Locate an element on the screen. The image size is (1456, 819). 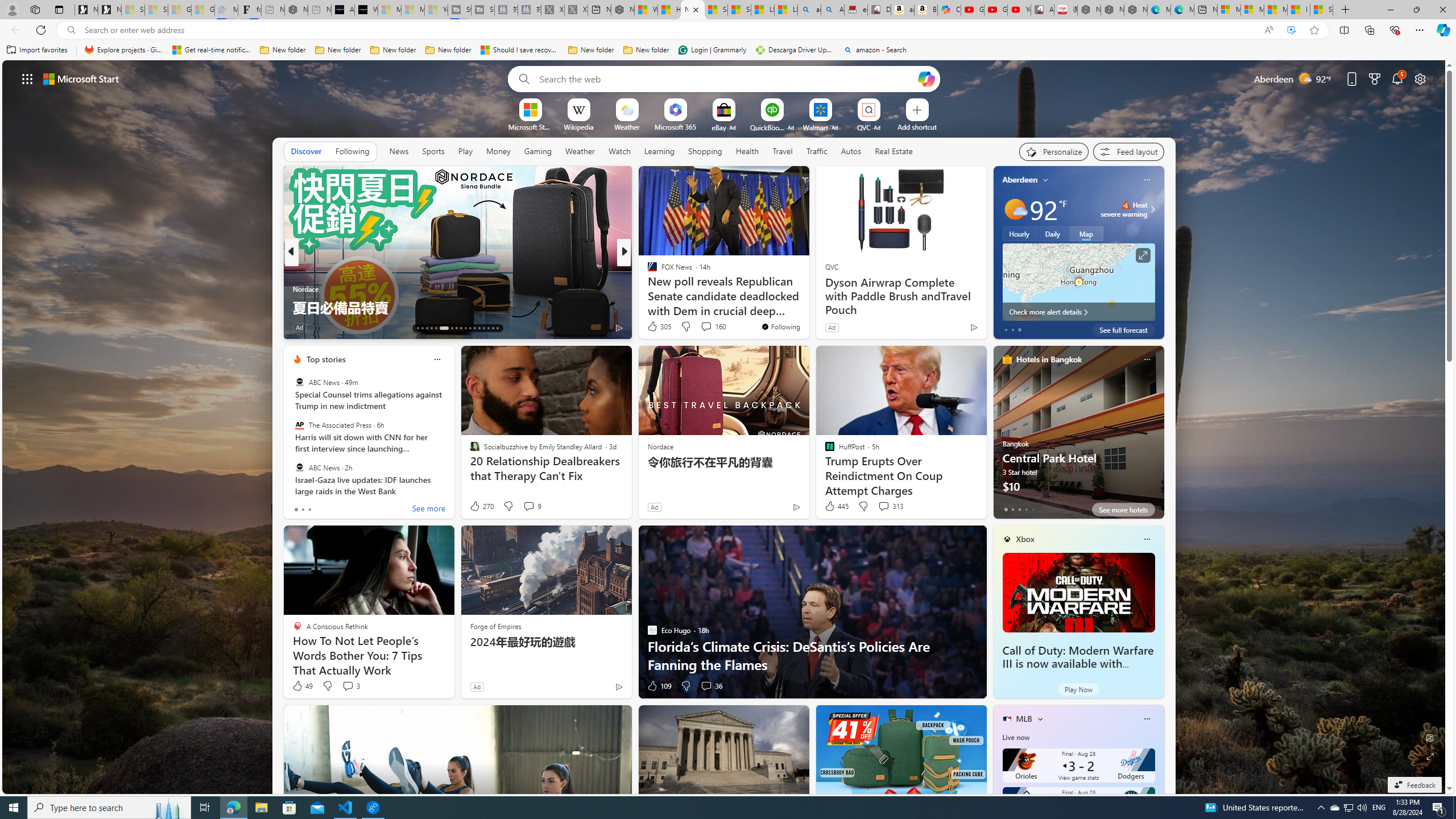
'Daily' is located at coordinates (1052, 233).